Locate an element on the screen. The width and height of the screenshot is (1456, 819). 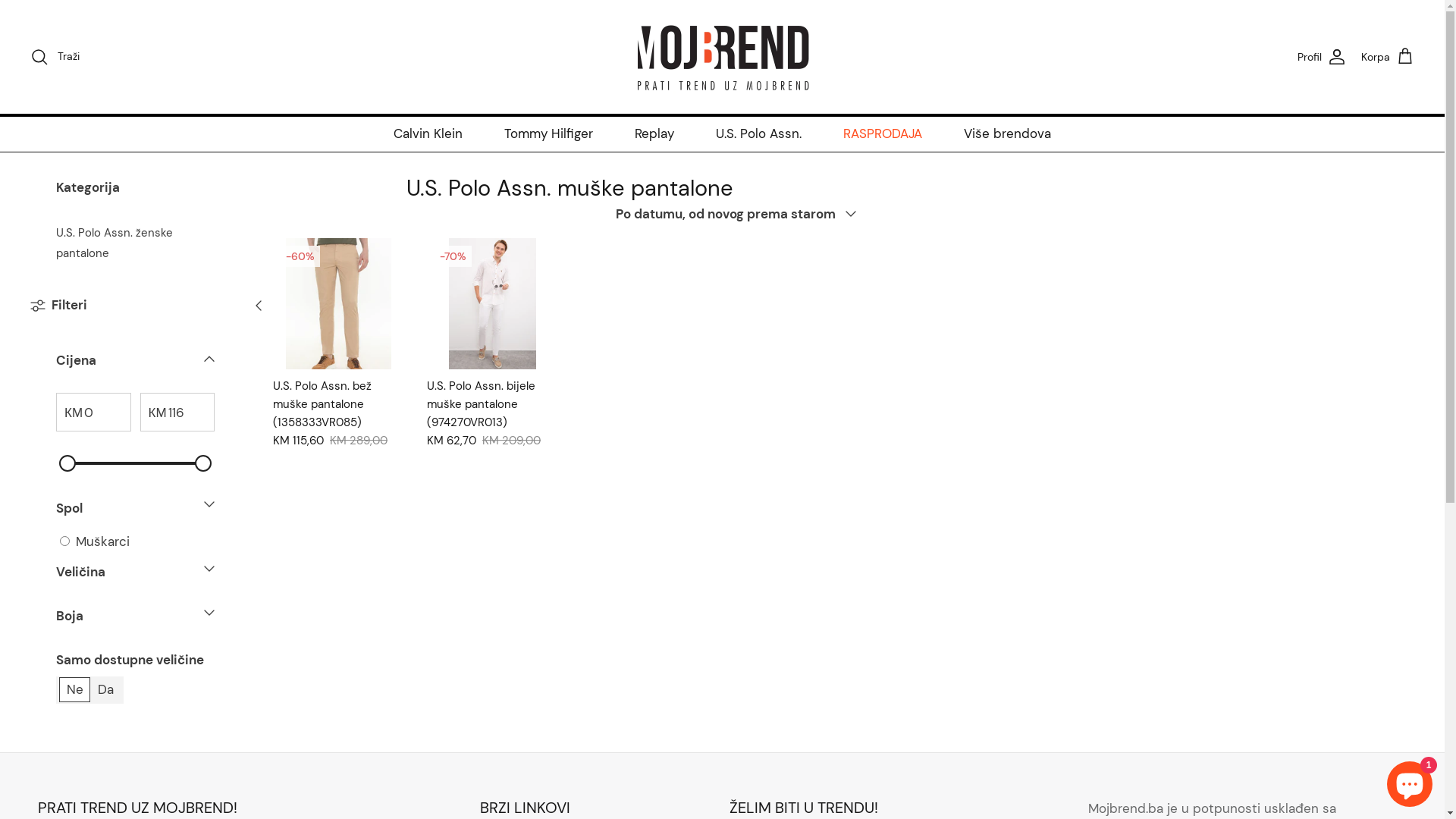
'U.S. Polo Assn.' is located at coordinates (758, 133).